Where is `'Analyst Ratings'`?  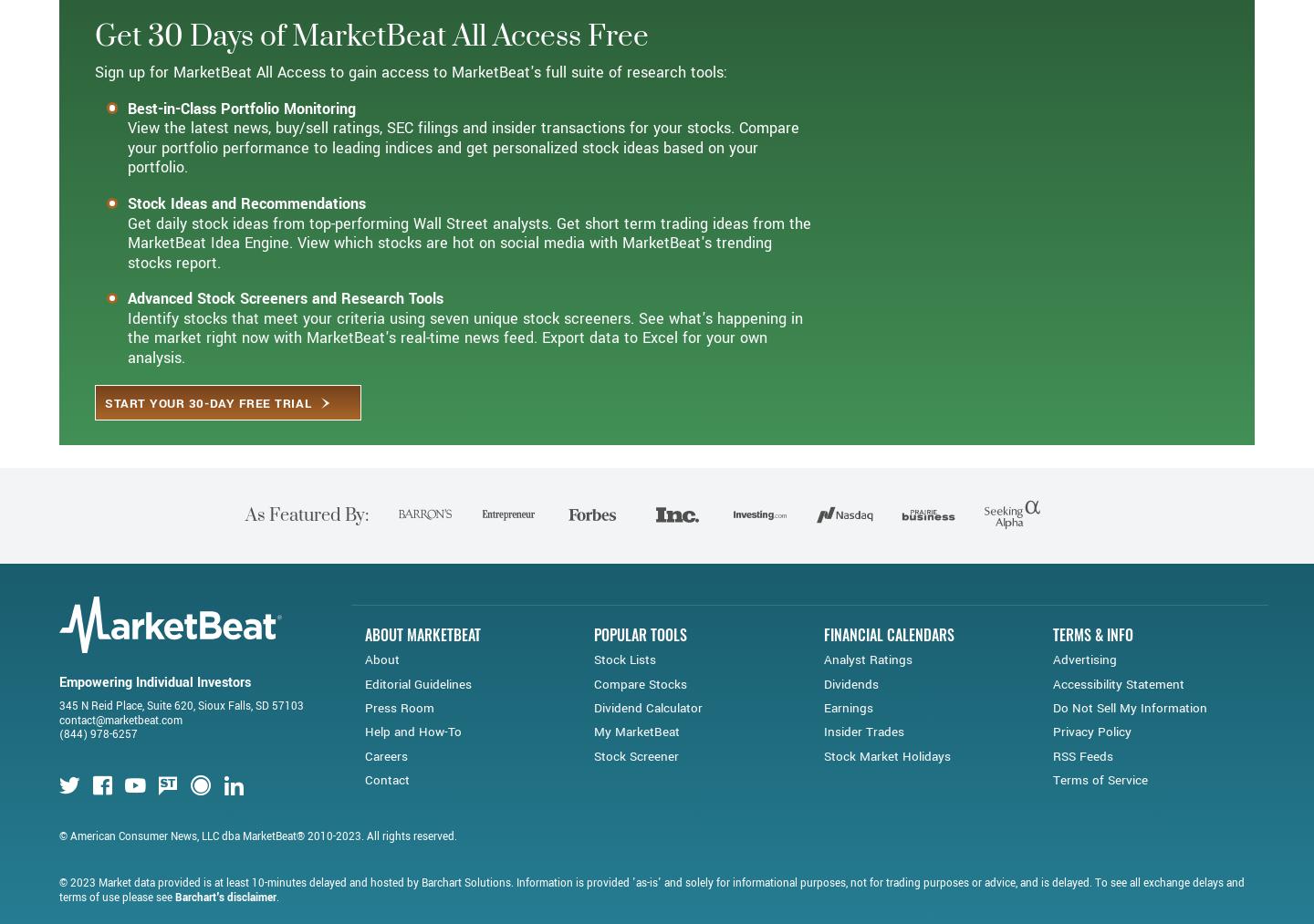
'Analyst Ratings' is located at coordinates (867, 724).